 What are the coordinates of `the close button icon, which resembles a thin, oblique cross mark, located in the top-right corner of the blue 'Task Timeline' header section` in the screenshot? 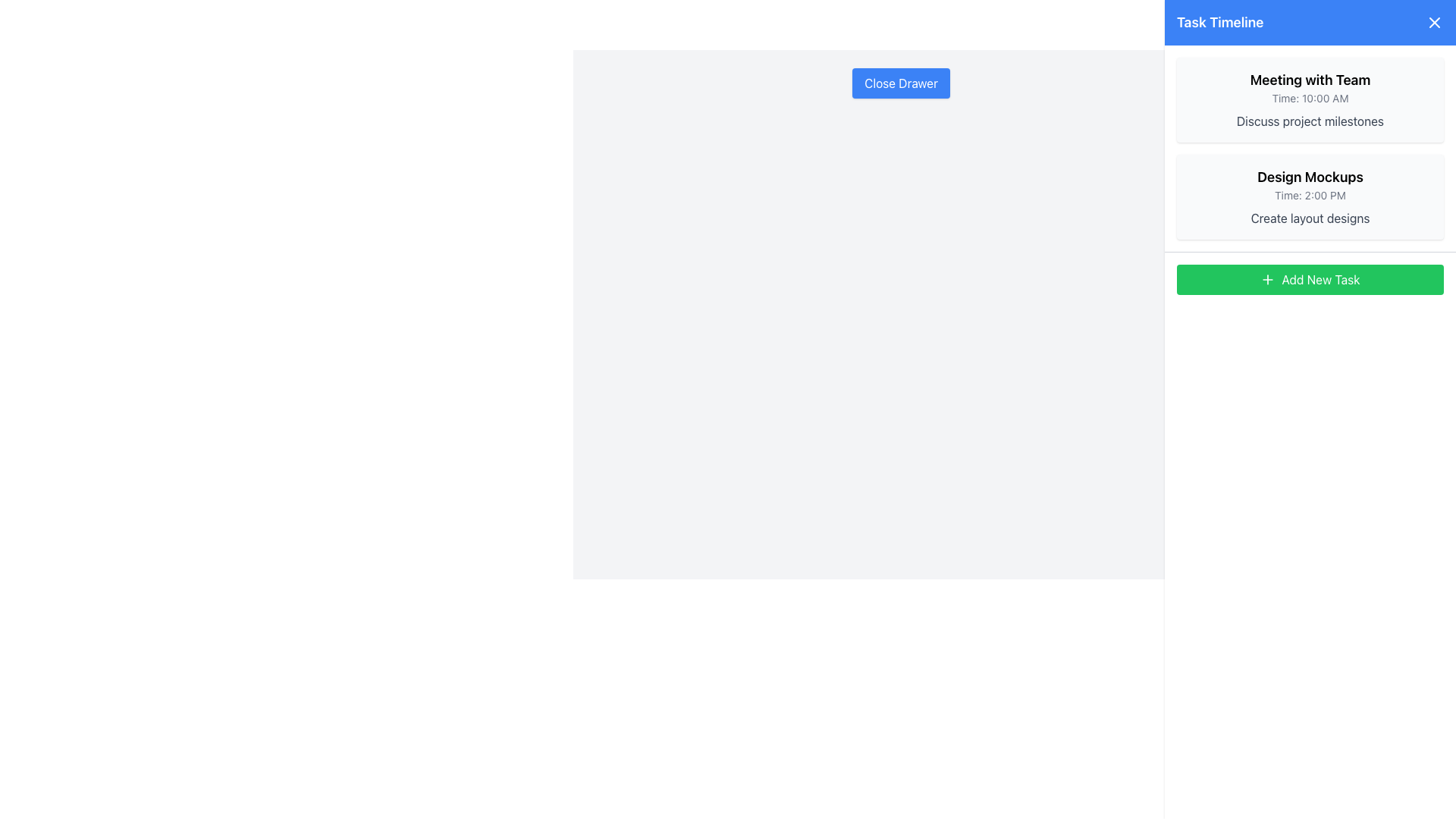 It's located at (1433, 23).